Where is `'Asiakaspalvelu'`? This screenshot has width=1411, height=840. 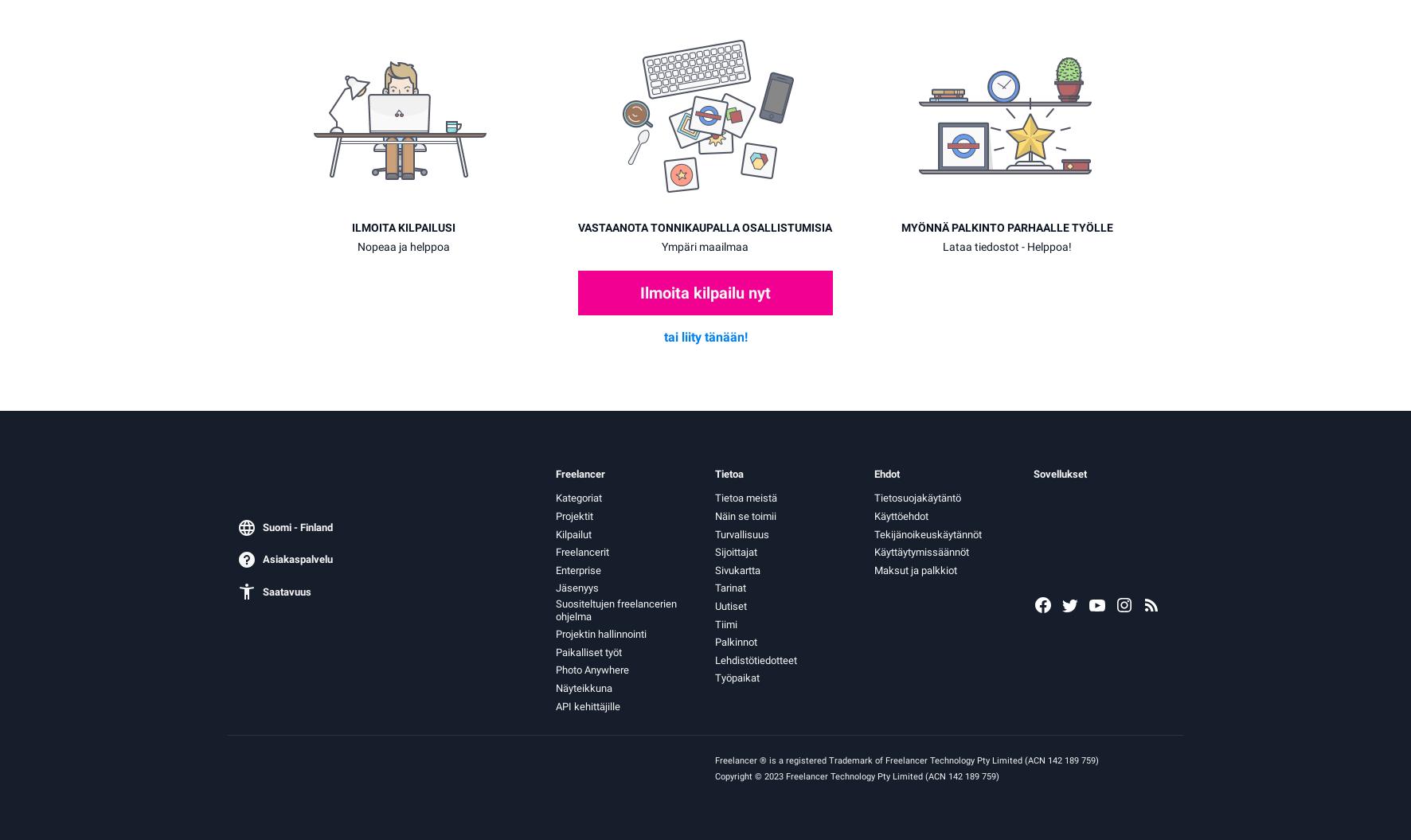 'Asiakaspalvelu' is located at coordinates (298, 558).